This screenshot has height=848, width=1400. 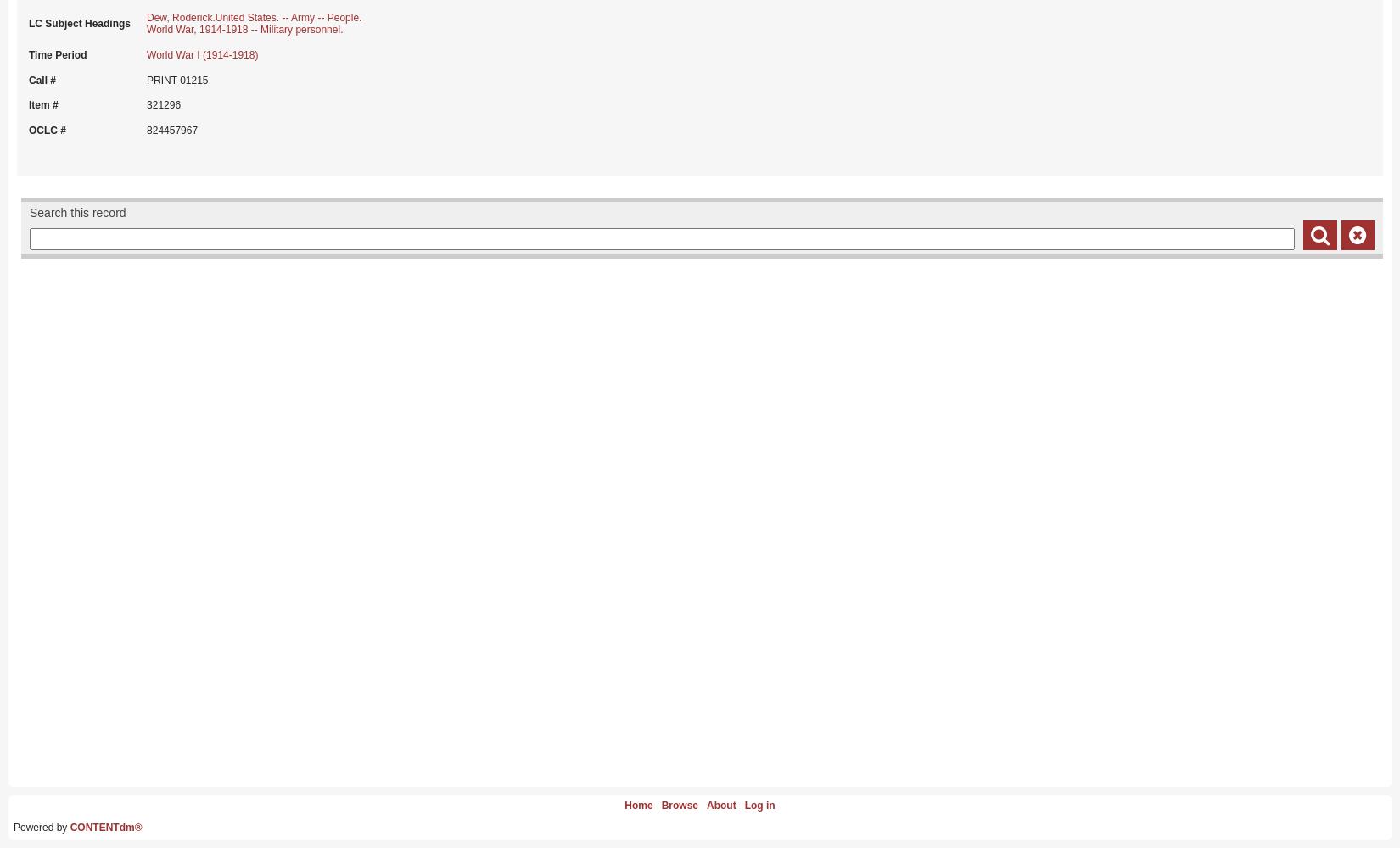 I want to click on 'CONTENTdm®', so click(x=105, y=827).